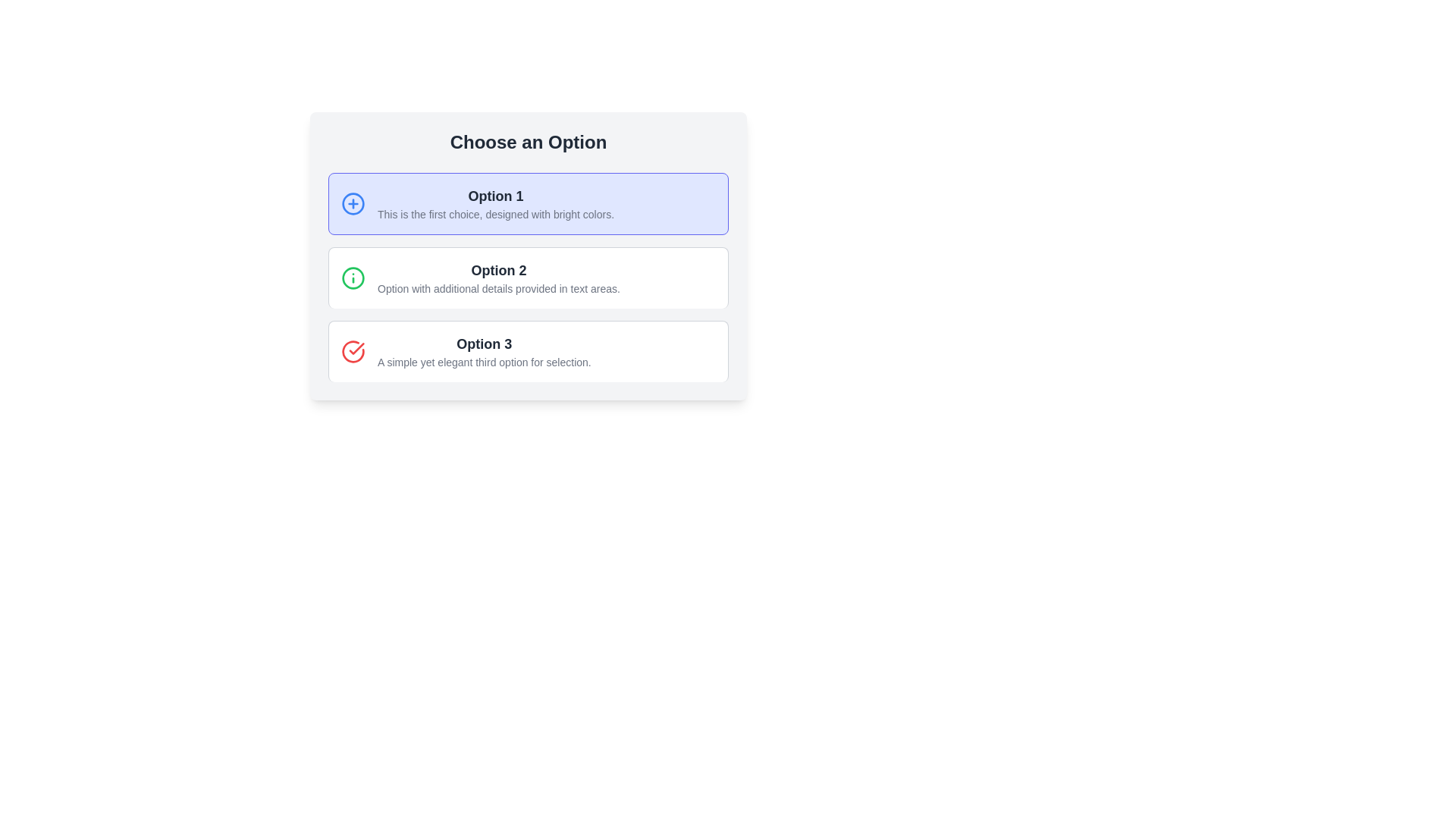 The height and width of the screenshot is (819, 1456). I want to click on the circular vector graphic with a plus symbol, which is the leftmost icon within the highlighted 'Option 1' block, so click(352, 203).